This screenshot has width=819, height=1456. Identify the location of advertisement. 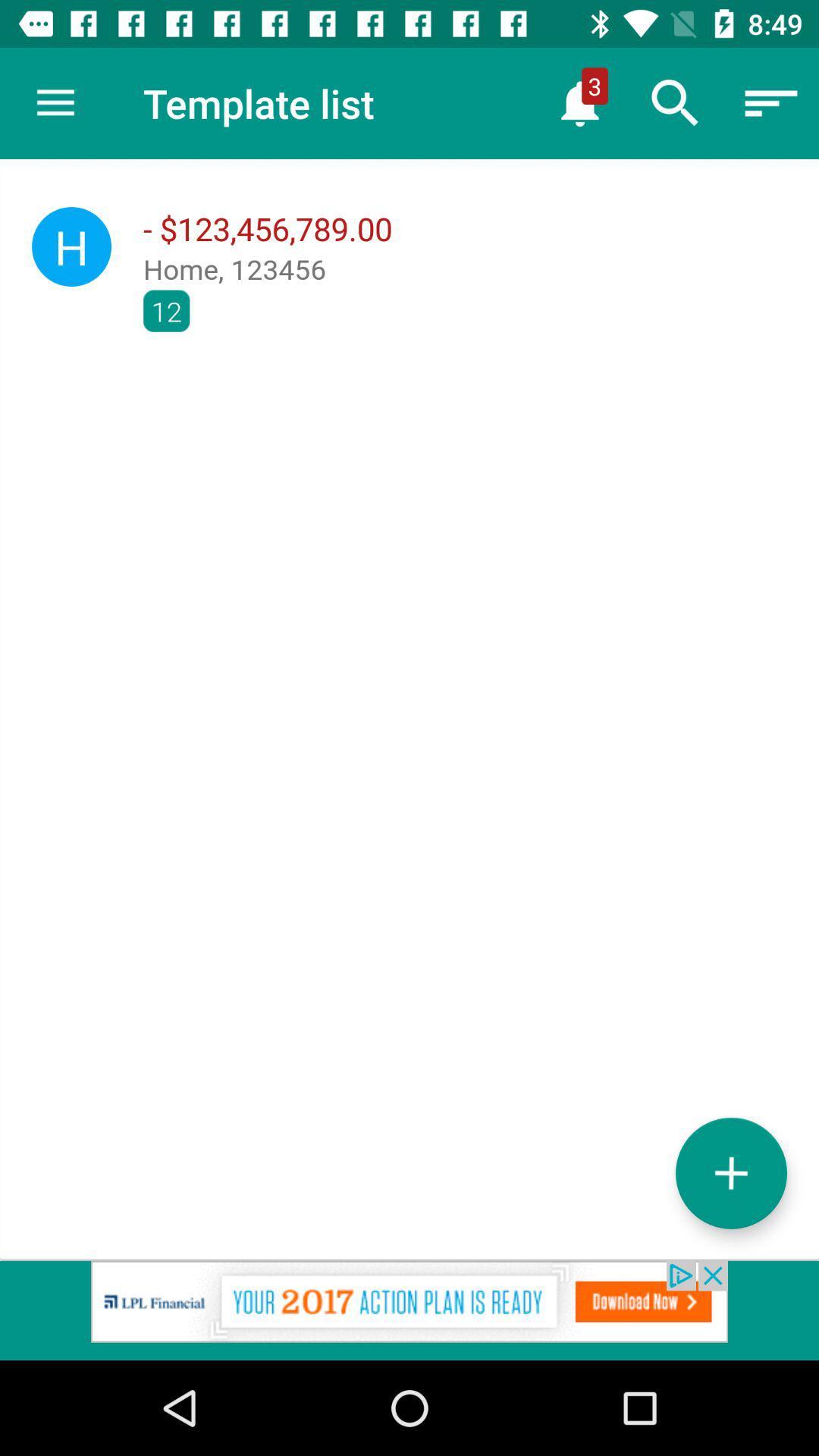
(409, 1310).